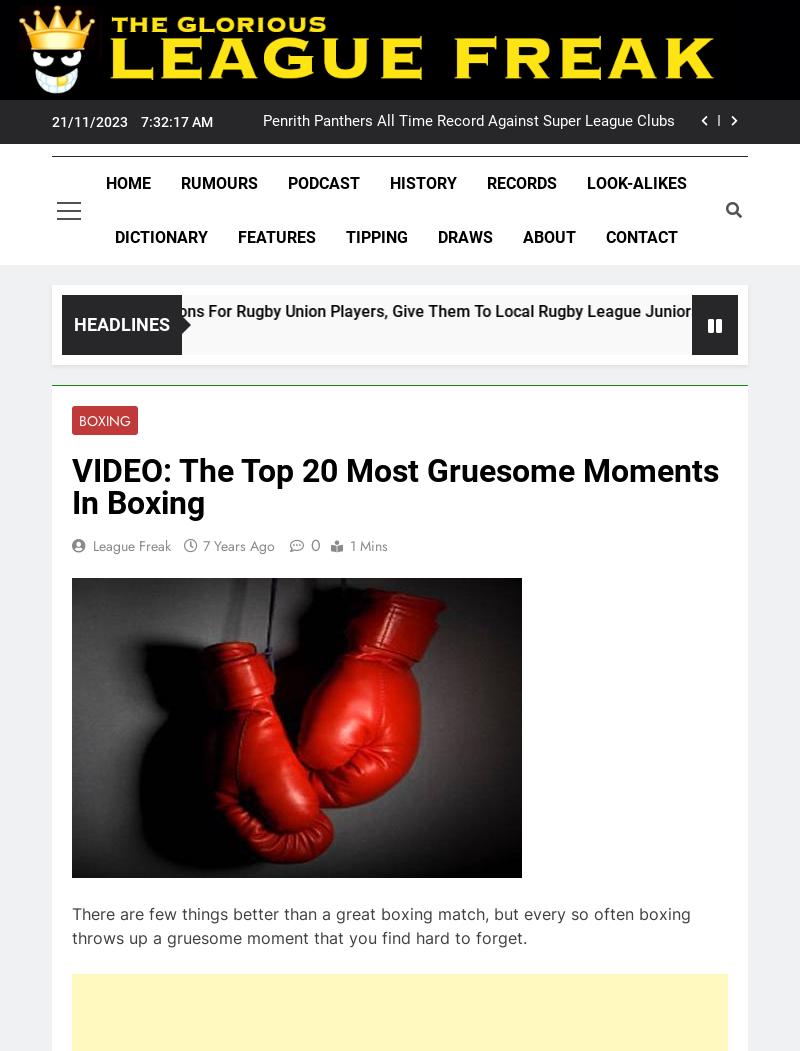 The height and width of the screenshot is (1051, 800). I want to click on 'St George/Illawarra Dragons', so click(191, 791).